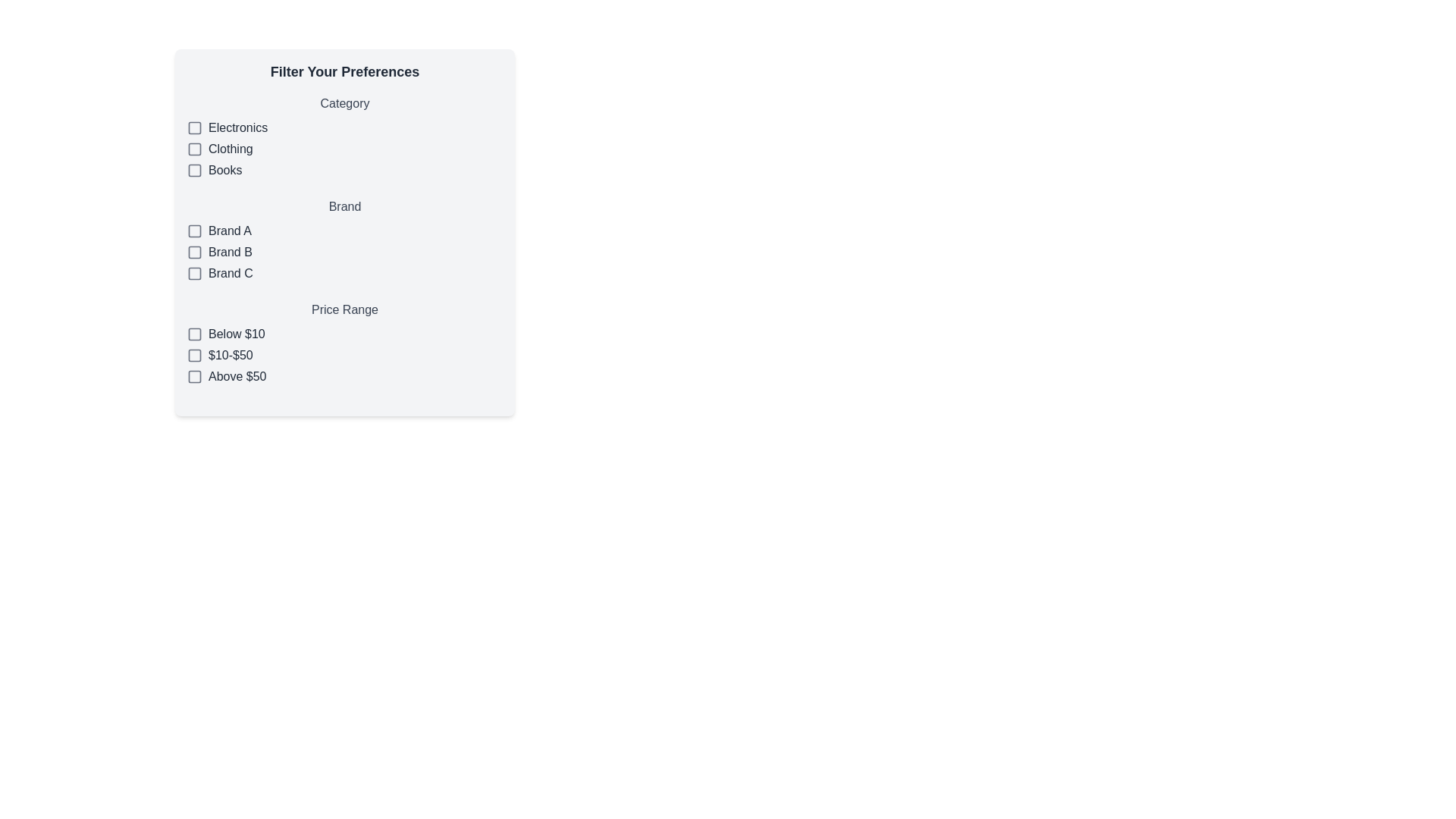 Image resolution: width=1456 pixels, height=819 pixels. What do you see at coordinates (194, 170) in the screenshot?
I see `the checkbox graphic located to the left of the label 'Books' in the 'Filter Your Preferences' panel` at bounding box center [194, 170].